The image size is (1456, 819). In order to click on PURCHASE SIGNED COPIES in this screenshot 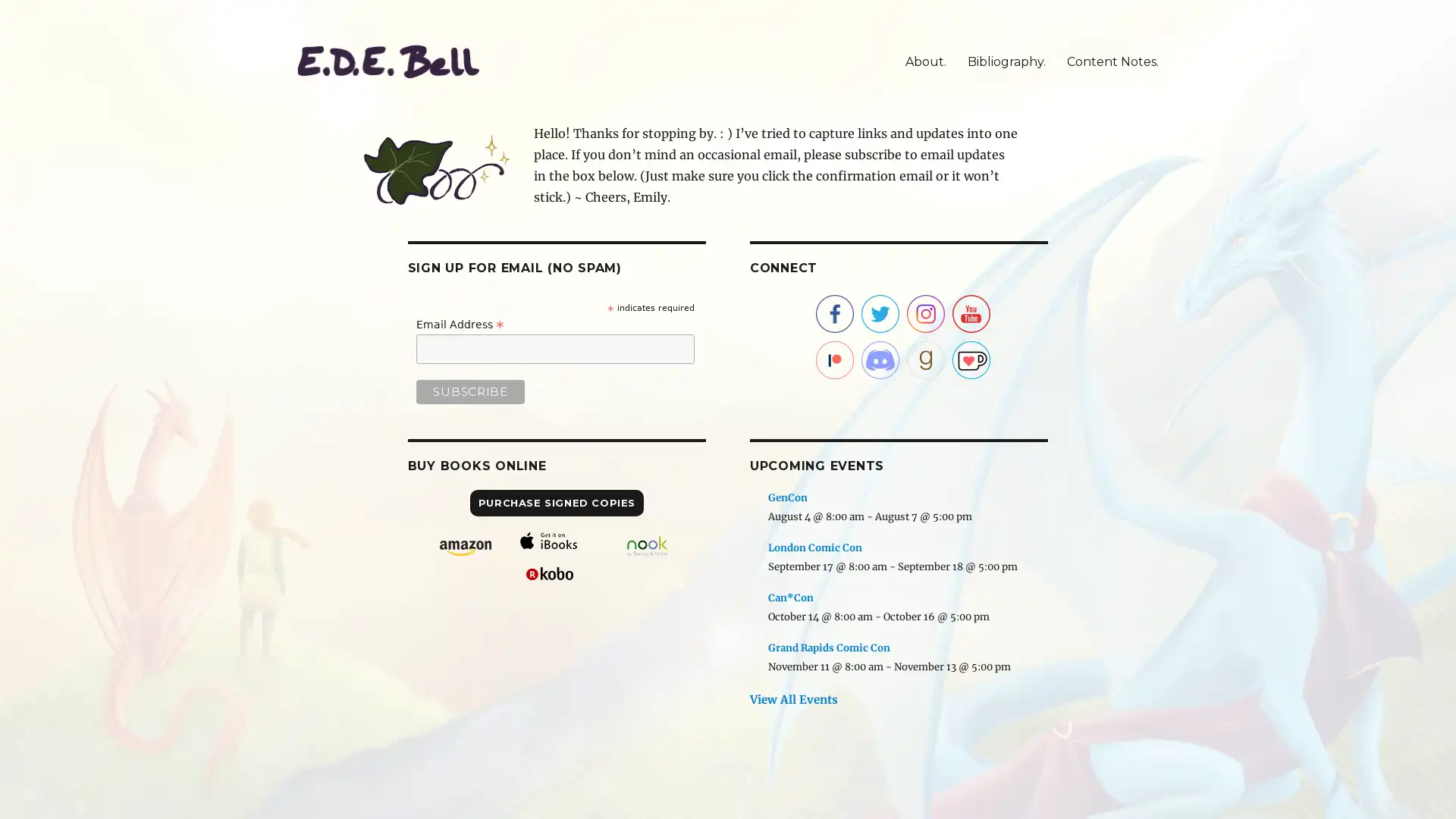, I will do `click(556, 503)`.